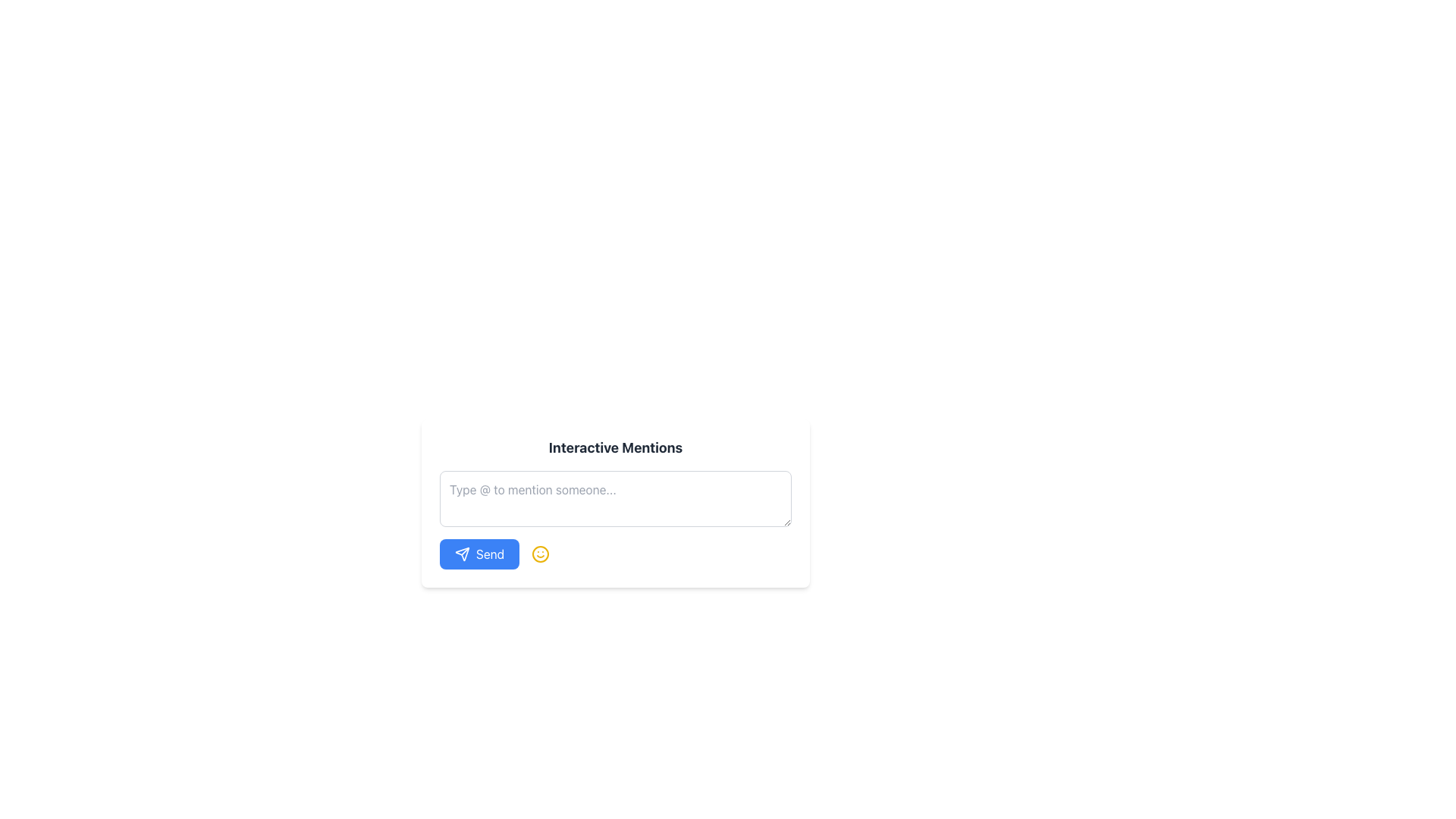  Describe the element at coordinates (541, 554) in the screenshot. I see `the circular graphic component of the smiley face icon, which is positioned to the right of the blue 'Send' button within the interactive mentions interface` at that location.